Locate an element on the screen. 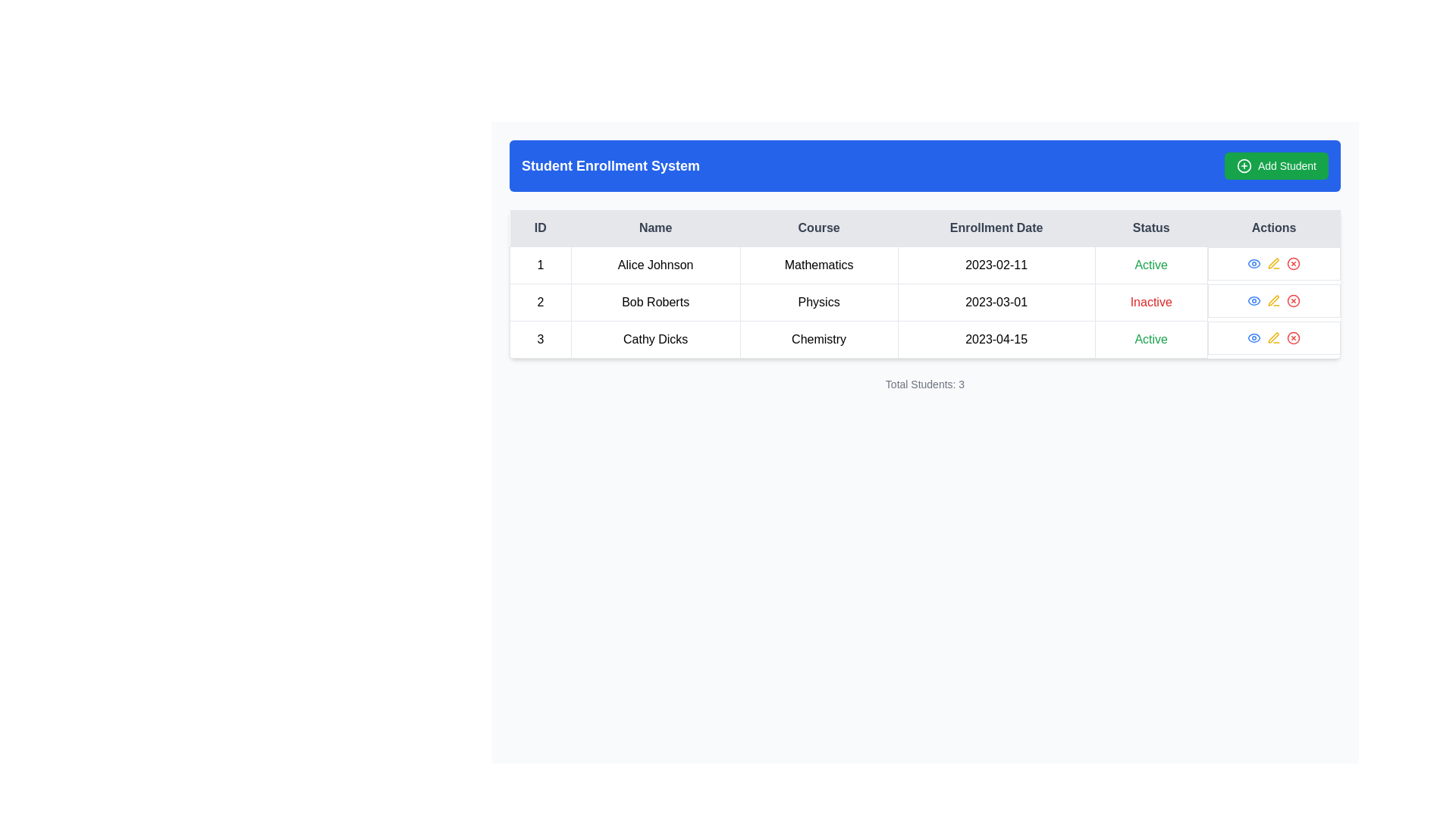  the 'Total Students: 3' text label, which is a small gray font label centered below the student listing table is located at coordinates (924, 383).